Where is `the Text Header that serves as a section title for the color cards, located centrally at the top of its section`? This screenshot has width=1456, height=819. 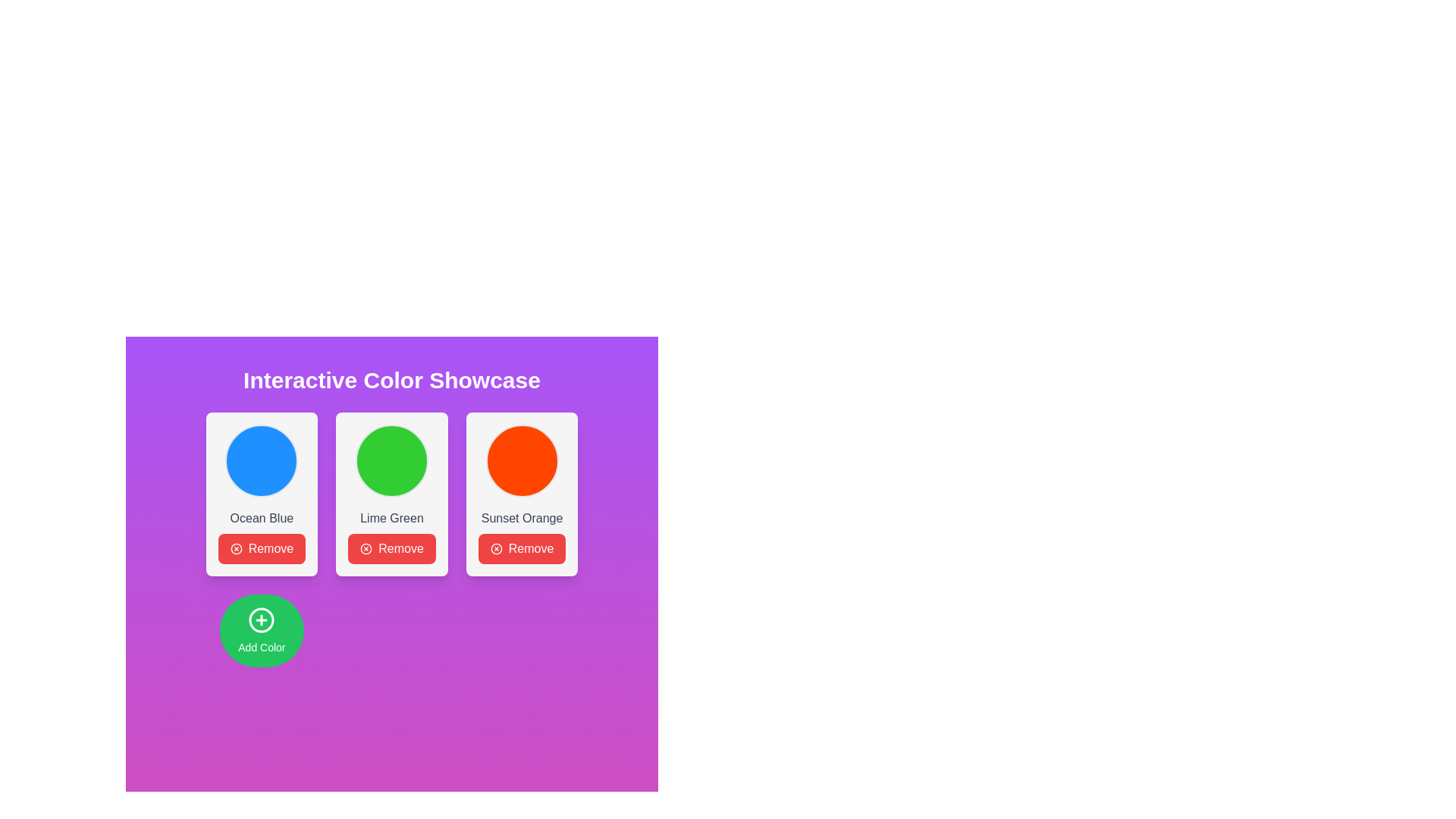
the Text Header that serves as a section title for the color cards, located centrally at the top of its section is located at coordinates (392, 379).